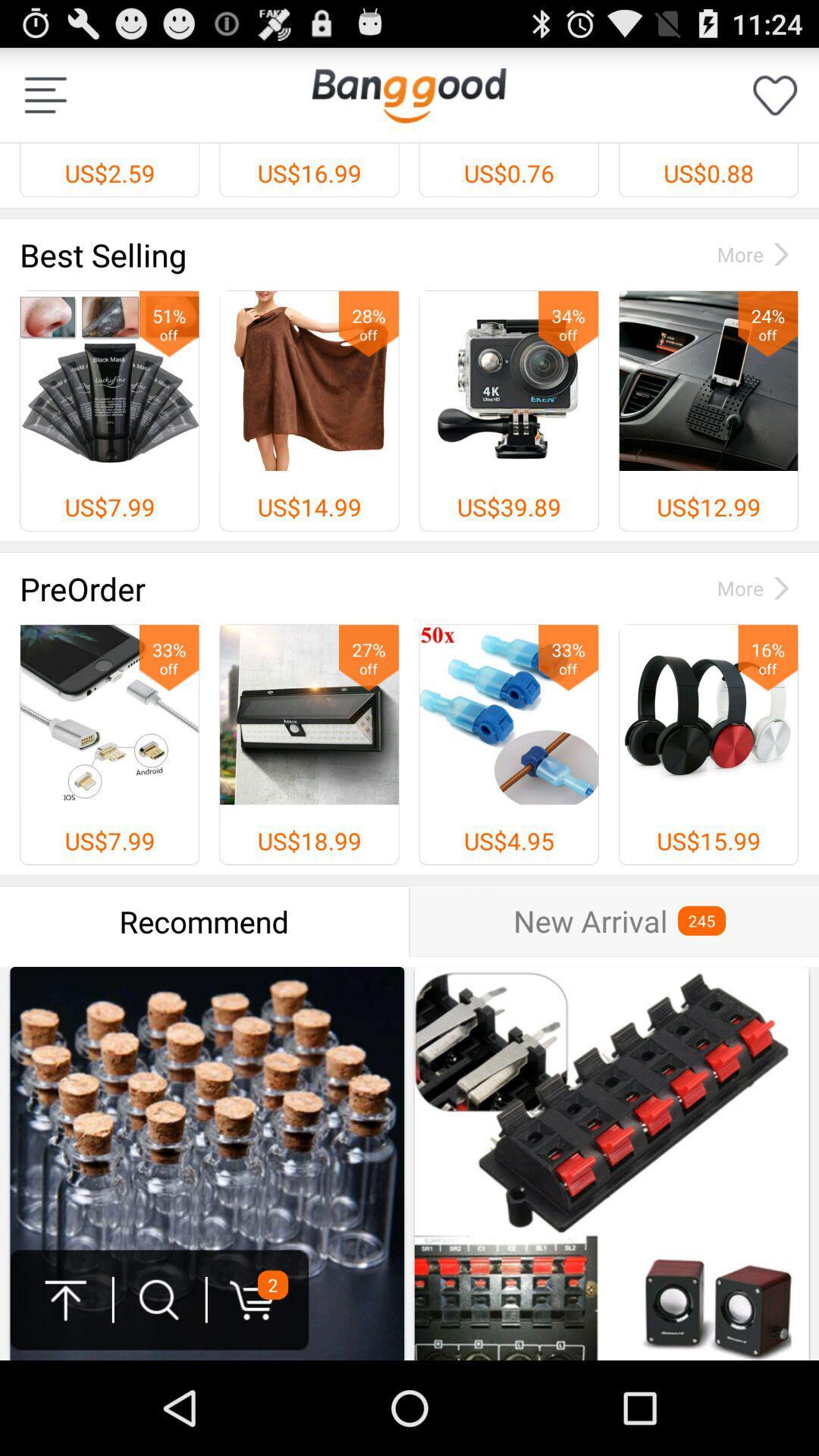 This screenshot has width=819, height=1456. What do you see at coordinates (589, 920) in the screenshot?
I see `the app to the left of the 245 app` at bounding box center [589, 920].